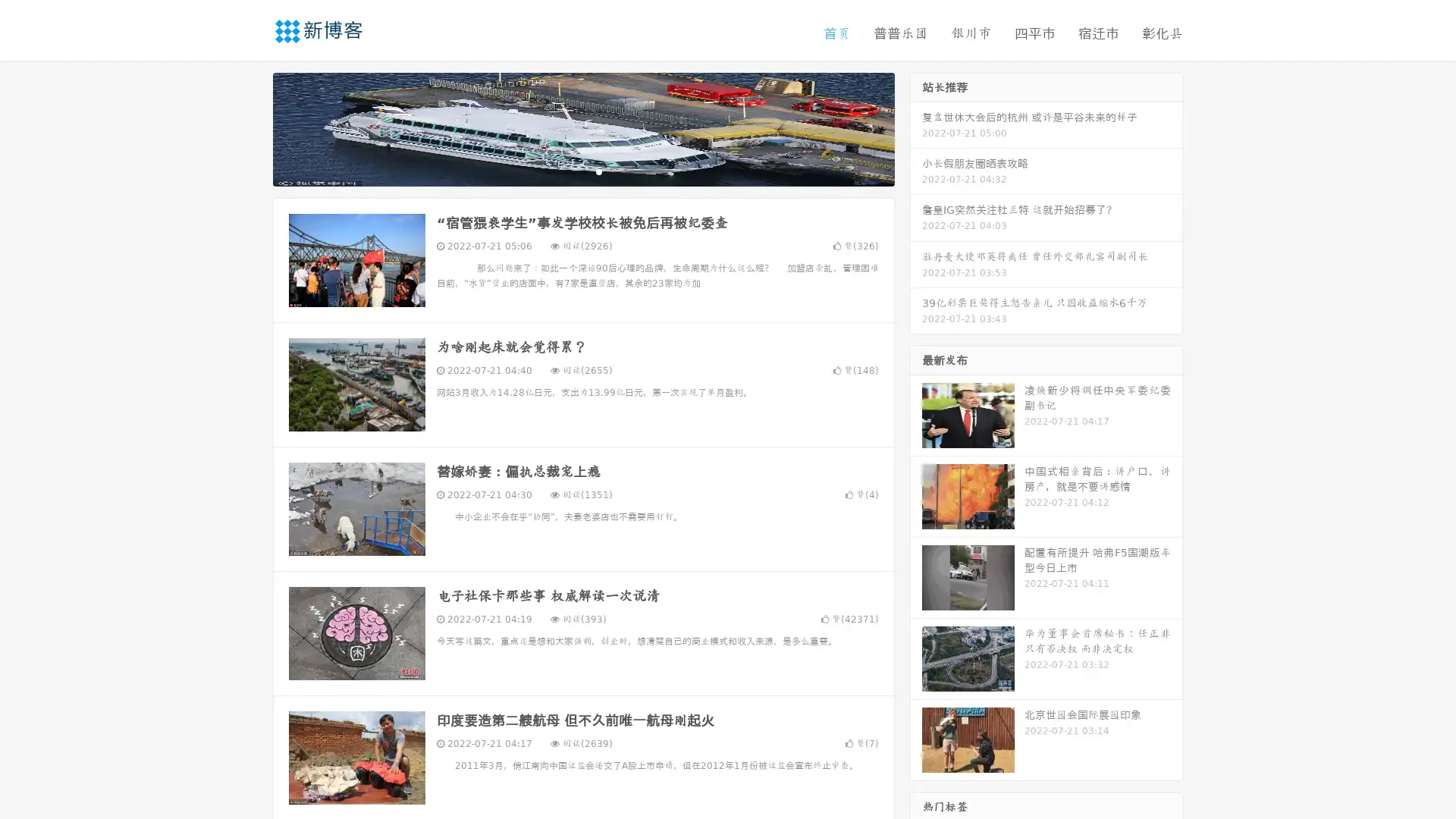 Image resolution: width=1456 pixels, height=819 pixels. Describe the element at coordinates (567, 171) in the screenshot. I see `Go to slide 1` at that location.